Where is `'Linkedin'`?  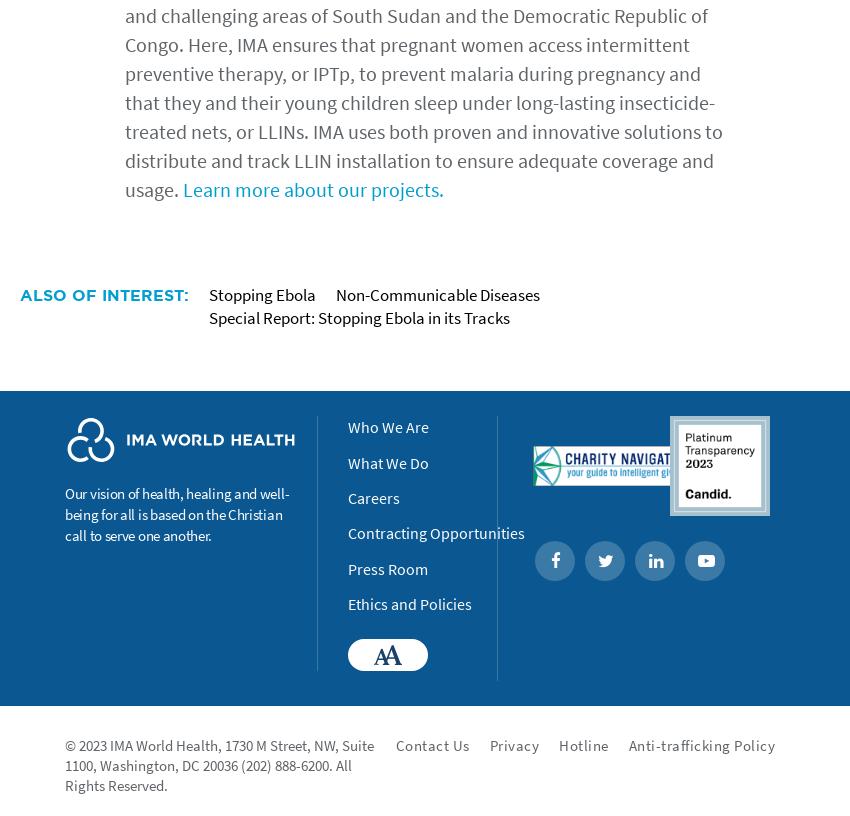
'Linkedin' is located at coordinates (701, 561).